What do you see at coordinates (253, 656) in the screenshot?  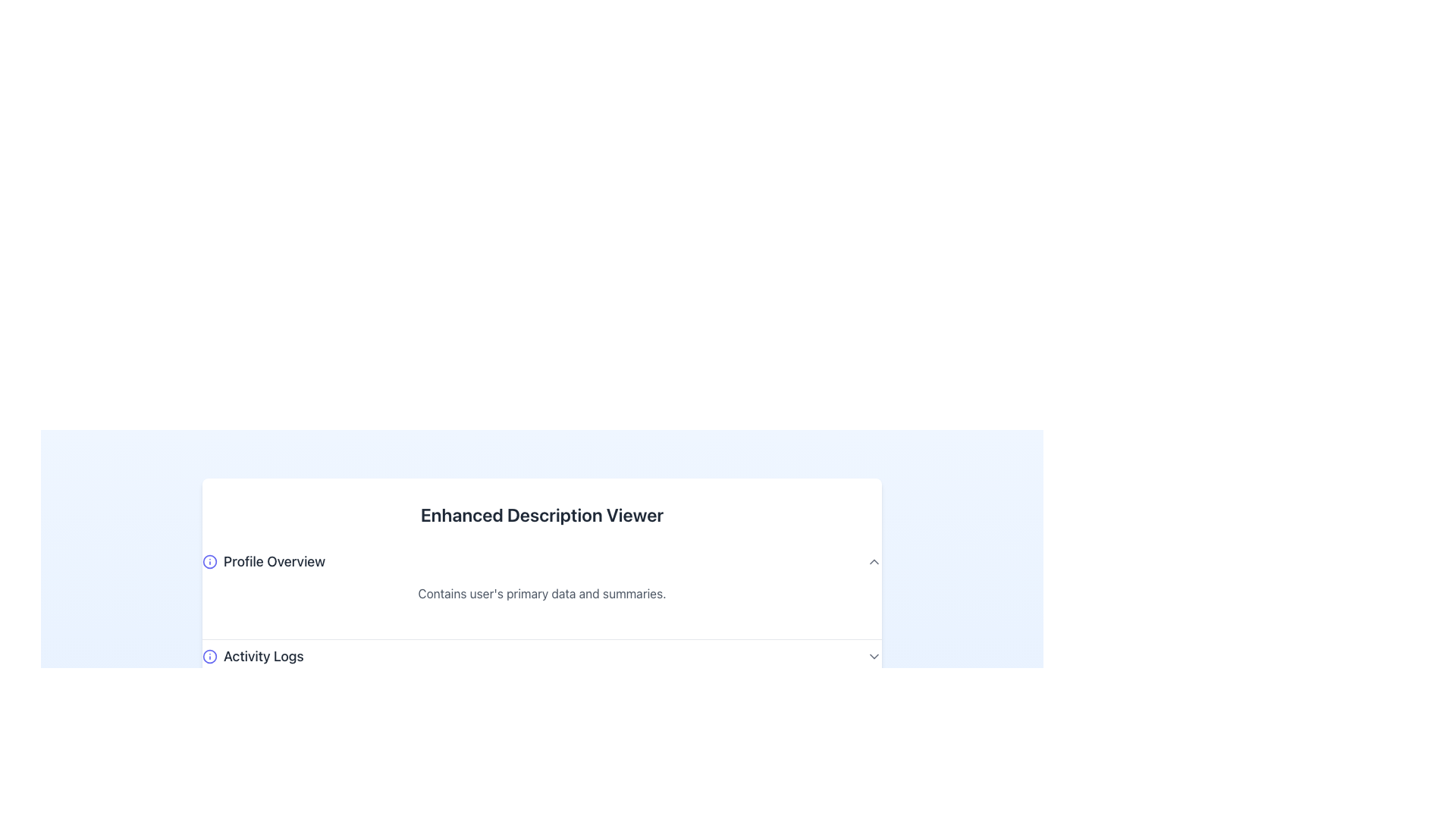 I see `the 'Activity Logs' label, which is a bold text element with an accompanying icon, located under the 'Enhanced Description Viewer' section` at bounding box center [253, 656].